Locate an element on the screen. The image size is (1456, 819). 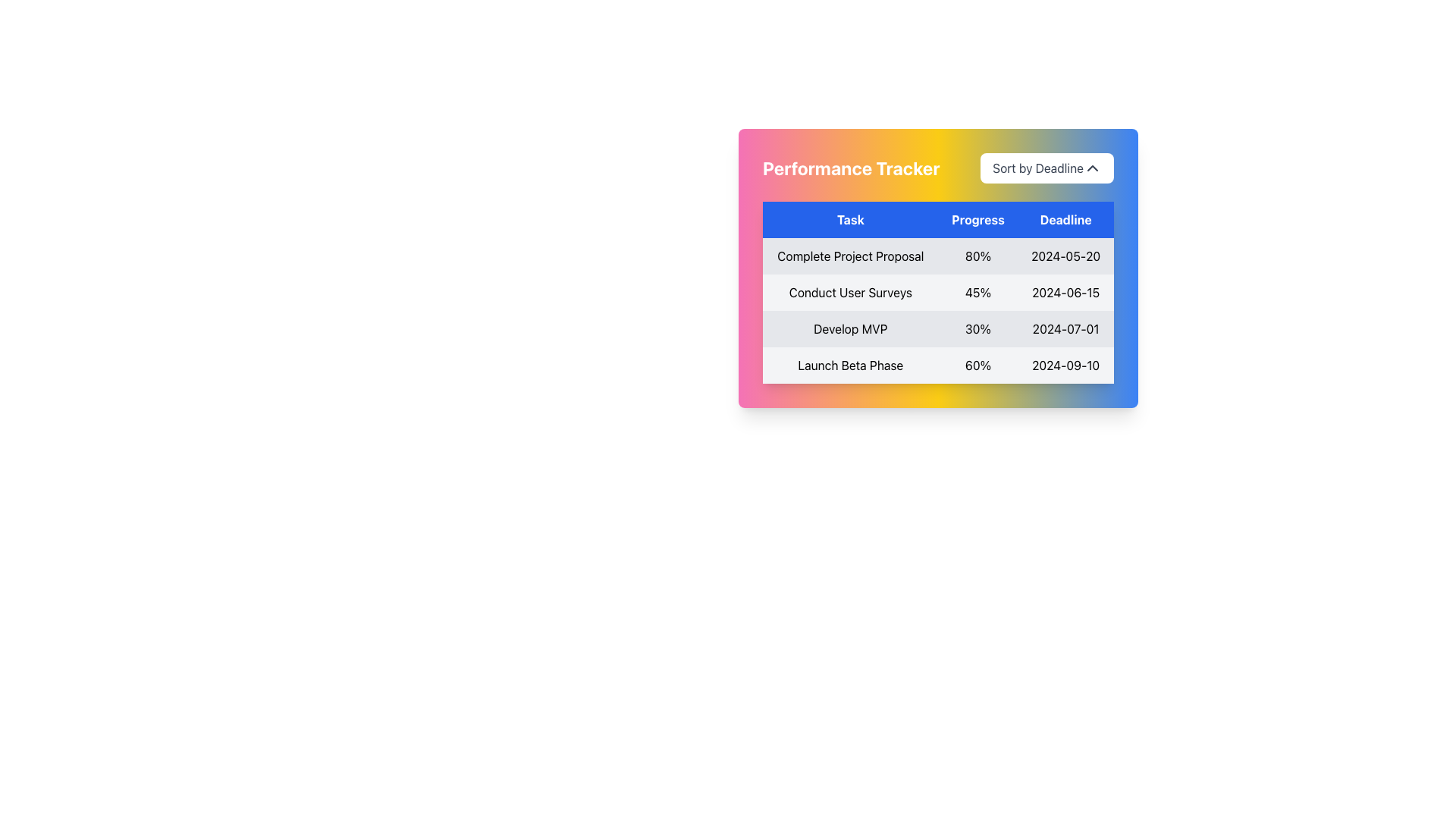
the 'Sort by Deadline' button with a white background and gray text to sort the performance tracker results is located at coordinates (1046, 168).